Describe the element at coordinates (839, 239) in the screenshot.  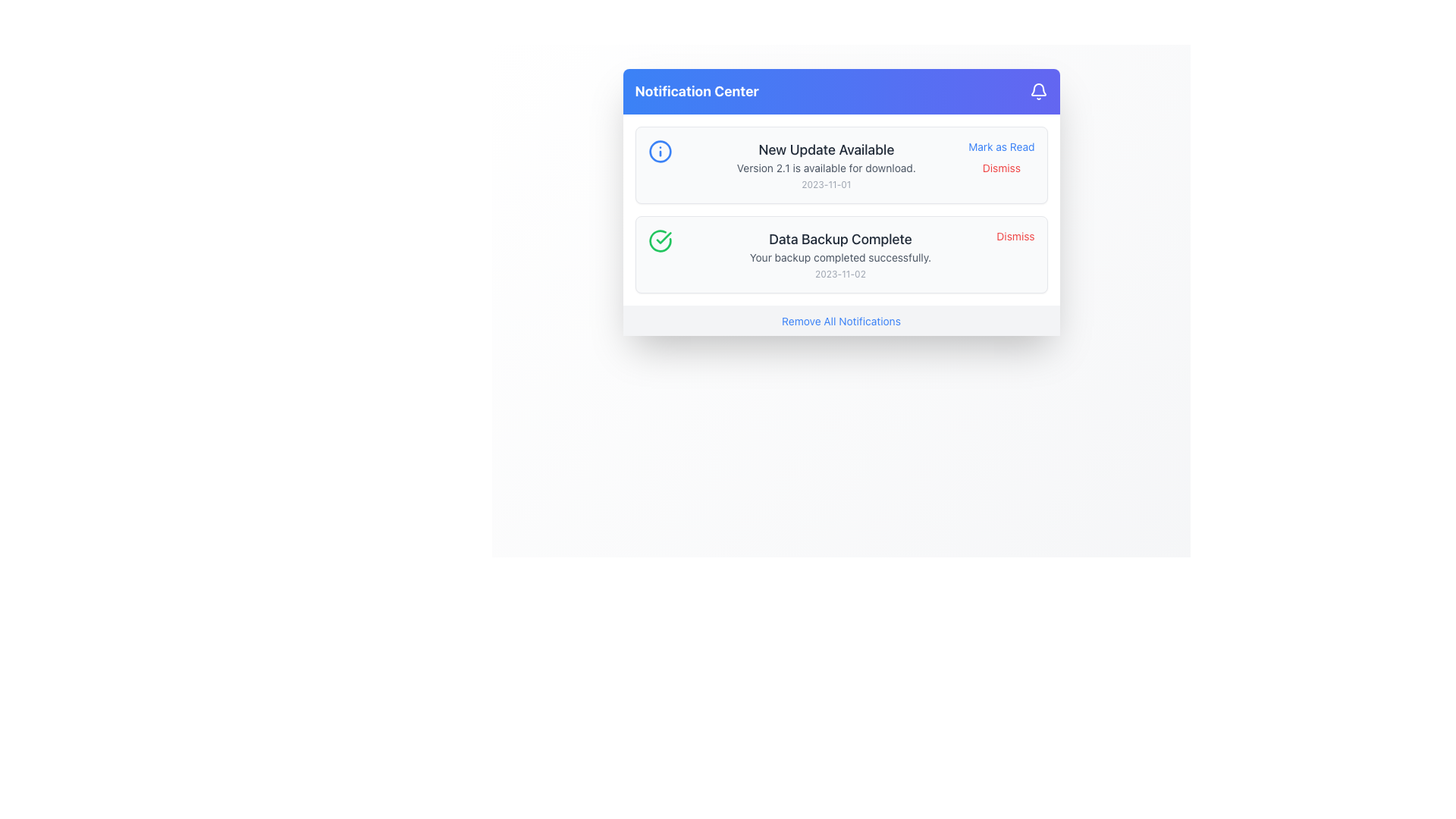
I see `the text label displaying 'Data Backup Complete'` at that location.